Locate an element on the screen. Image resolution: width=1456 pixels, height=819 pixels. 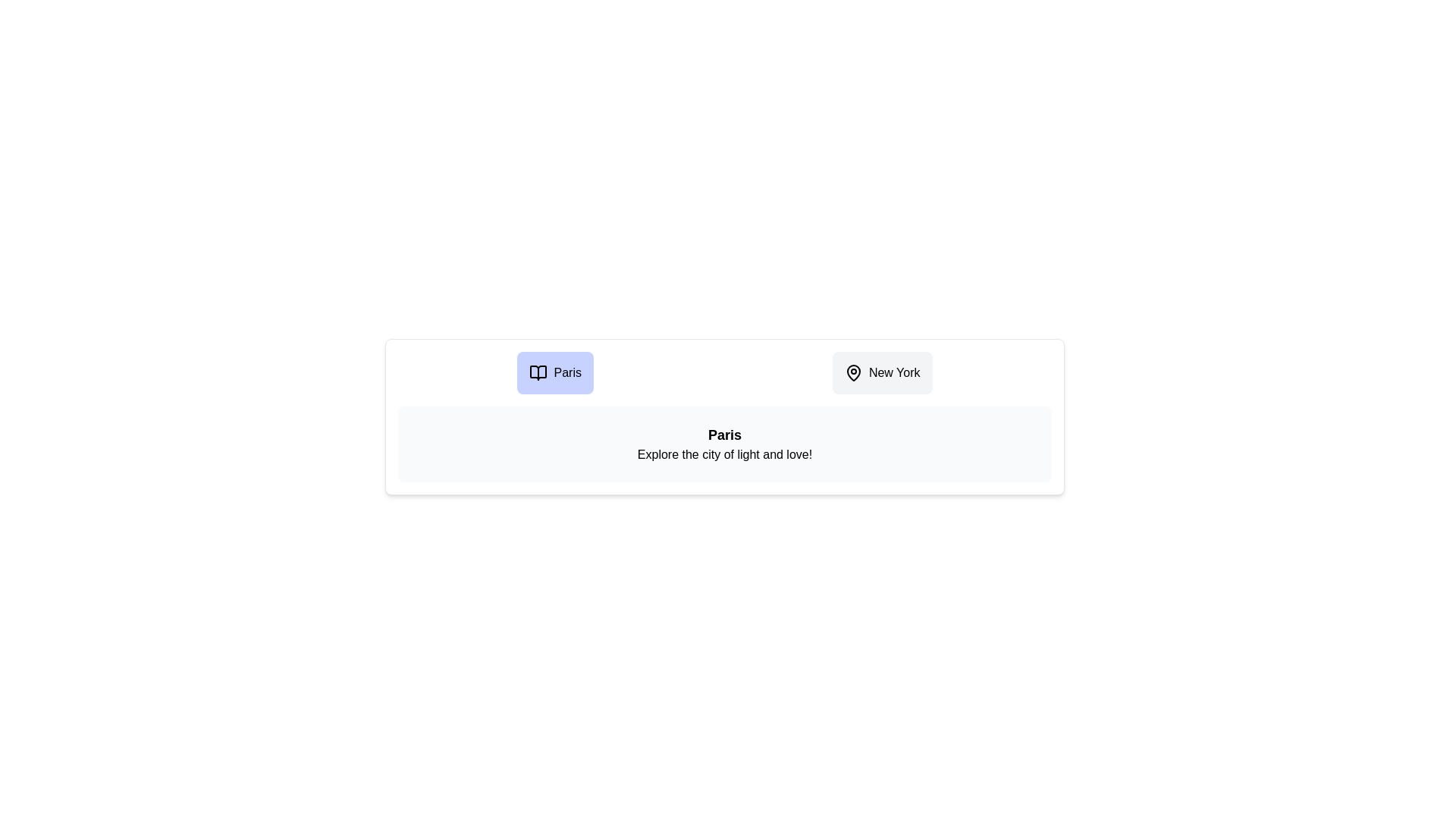
the destination icon for New York is located at coordinates (881, 373).